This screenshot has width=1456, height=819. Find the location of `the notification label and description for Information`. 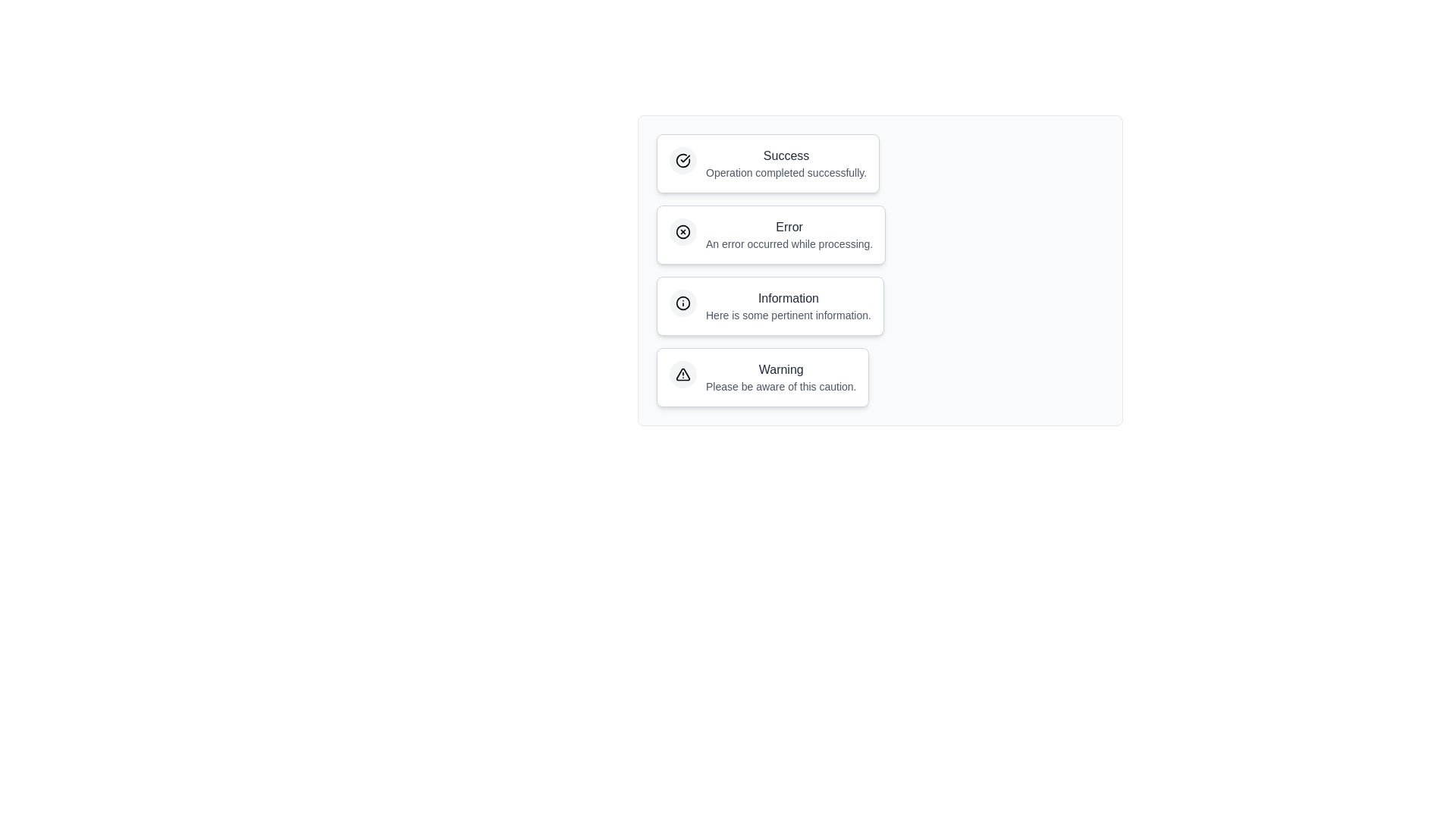

the notification label and description for Information is located at coordinates (770, 306).